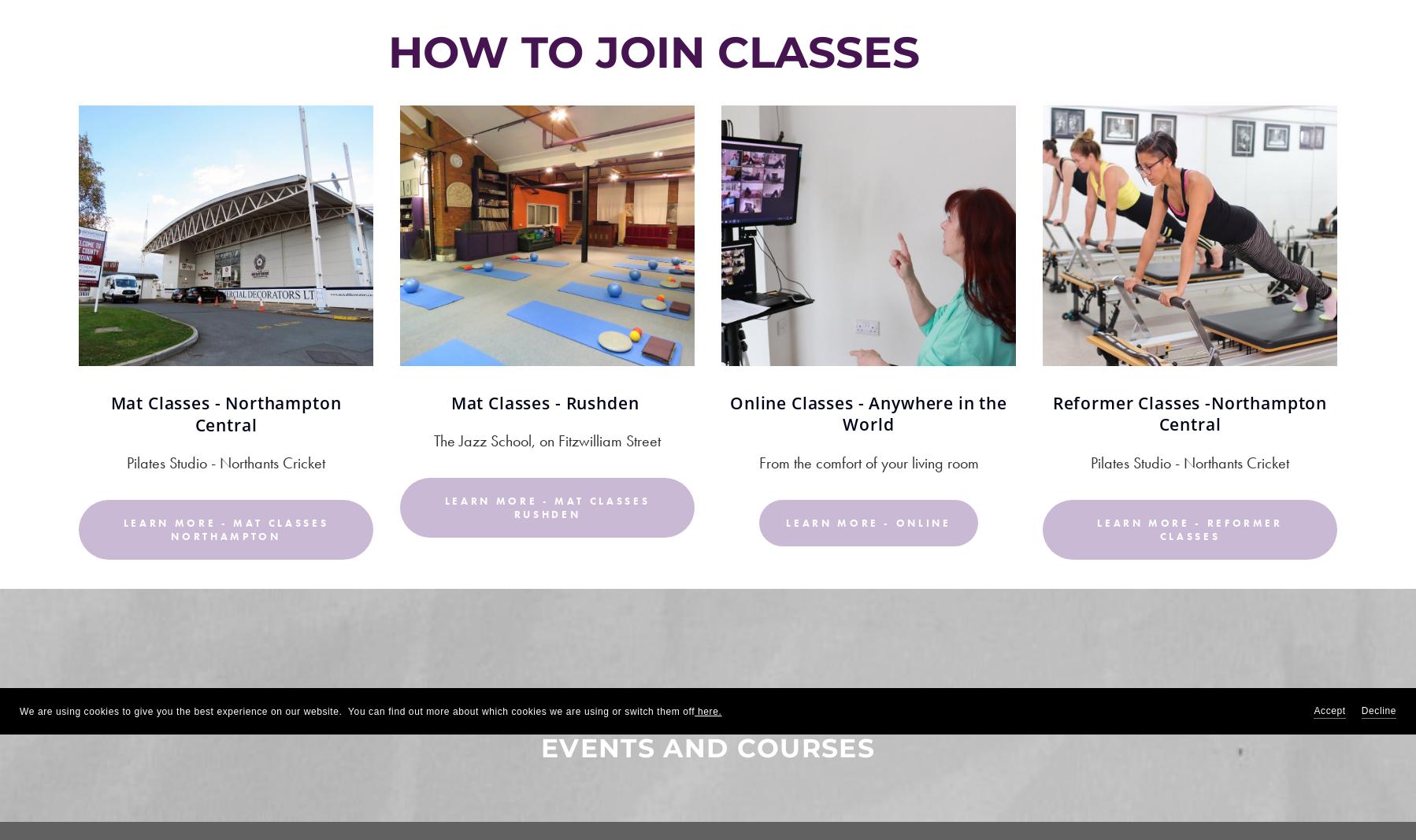 The width and height of the screenshot is (1416, 840). Describe the element at coordinates (1378, 711) in the screenshot. I see `'Decline'` at that location.